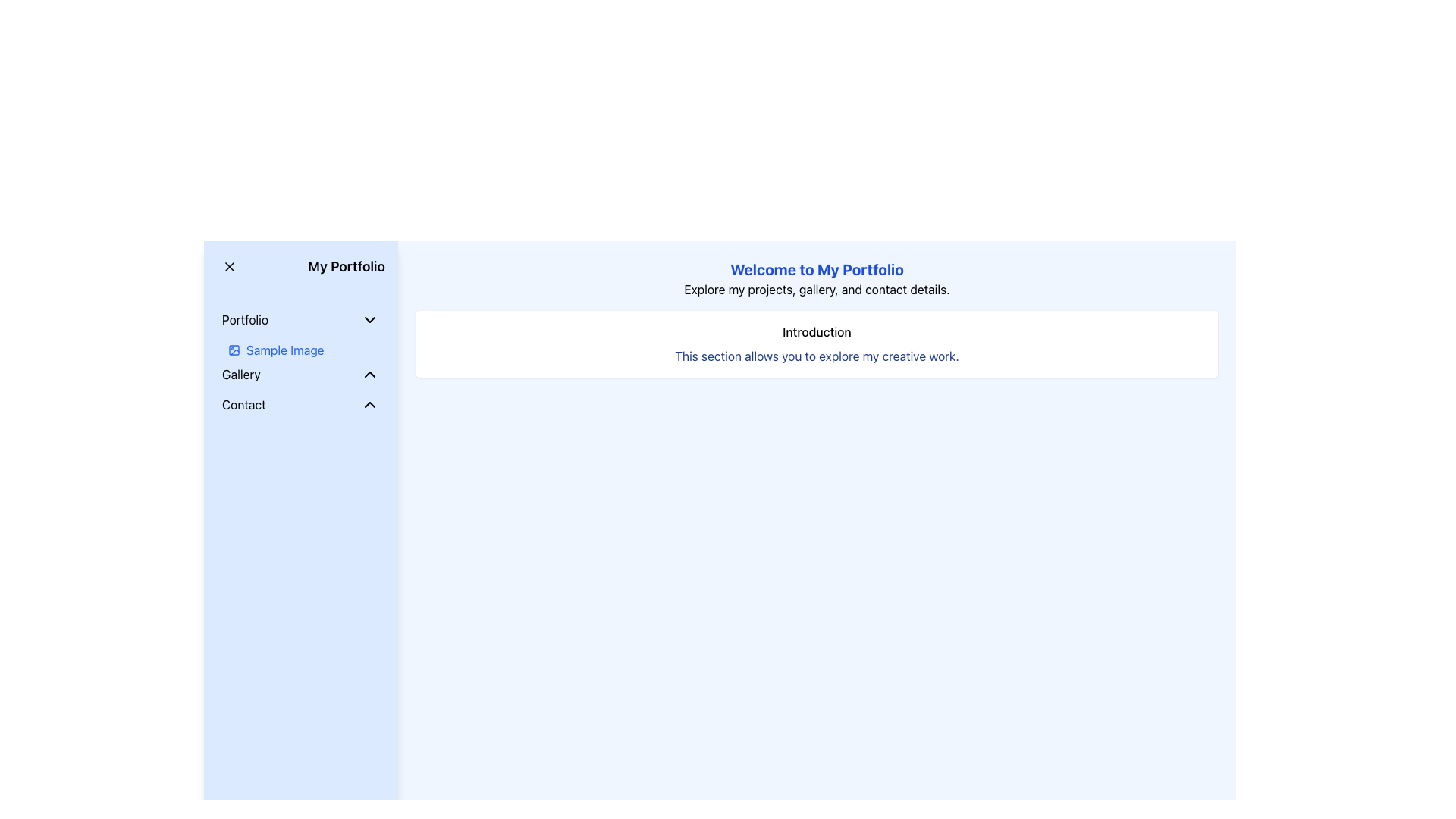  What do you see at coordinates (300, 362) in the screenshot?
I see `the Interactive Text Link with Icon located below the 'Portfolio' text and icon in the left navigation panel, second in the list under 'My Portfolio', for further interaction` at bounding box center [300, 362].